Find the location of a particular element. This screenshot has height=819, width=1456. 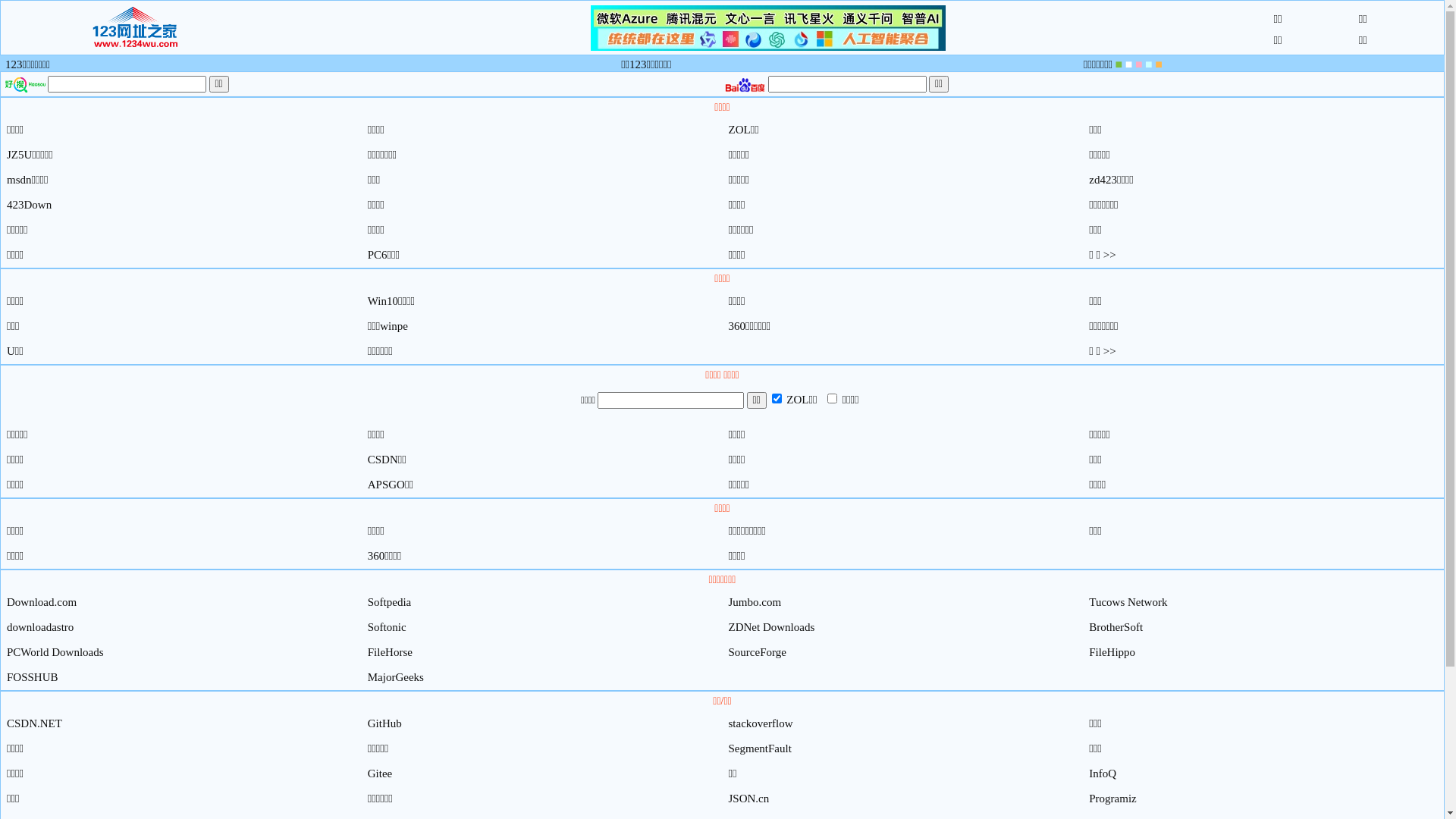

'ZDNet Downloads' is located at coordinates (771, 626).